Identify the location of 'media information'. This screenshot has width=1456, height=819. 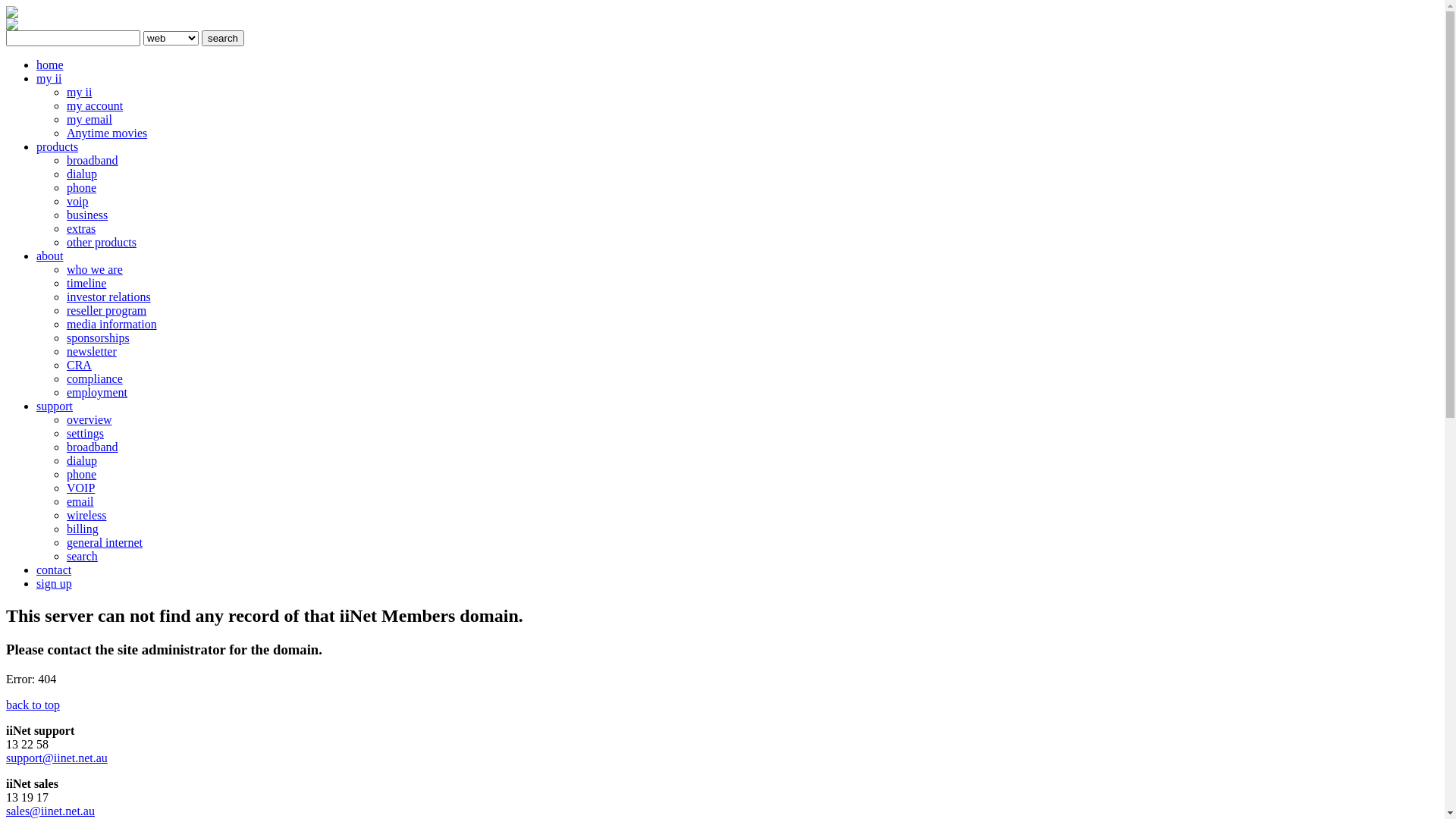
(65, 323).